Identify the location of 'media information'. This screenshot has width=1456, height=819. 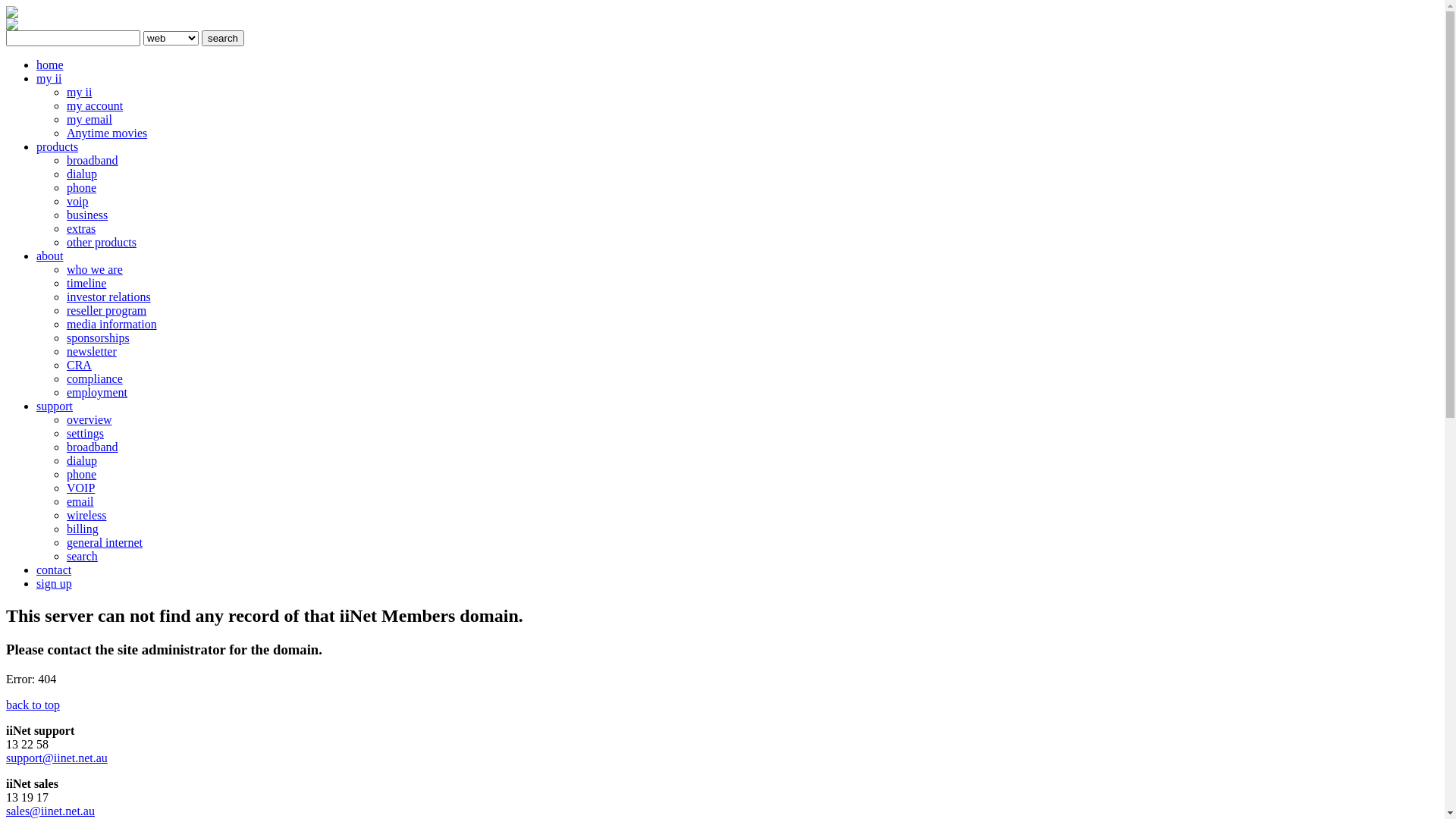
(65, 323).